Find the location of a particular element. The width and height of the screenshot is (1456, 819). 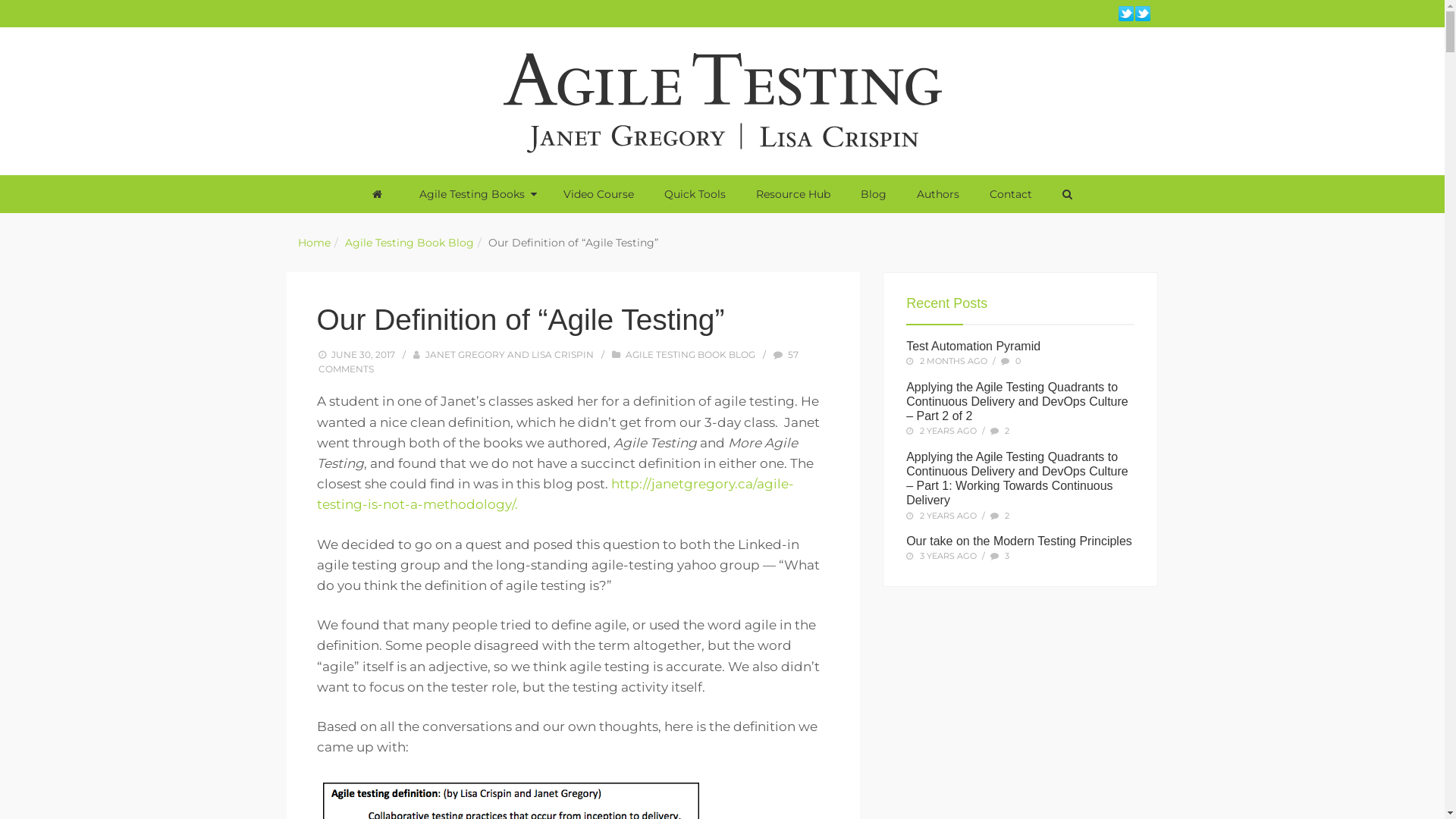

'Resource Hub' is located at coordinates (739, 193).